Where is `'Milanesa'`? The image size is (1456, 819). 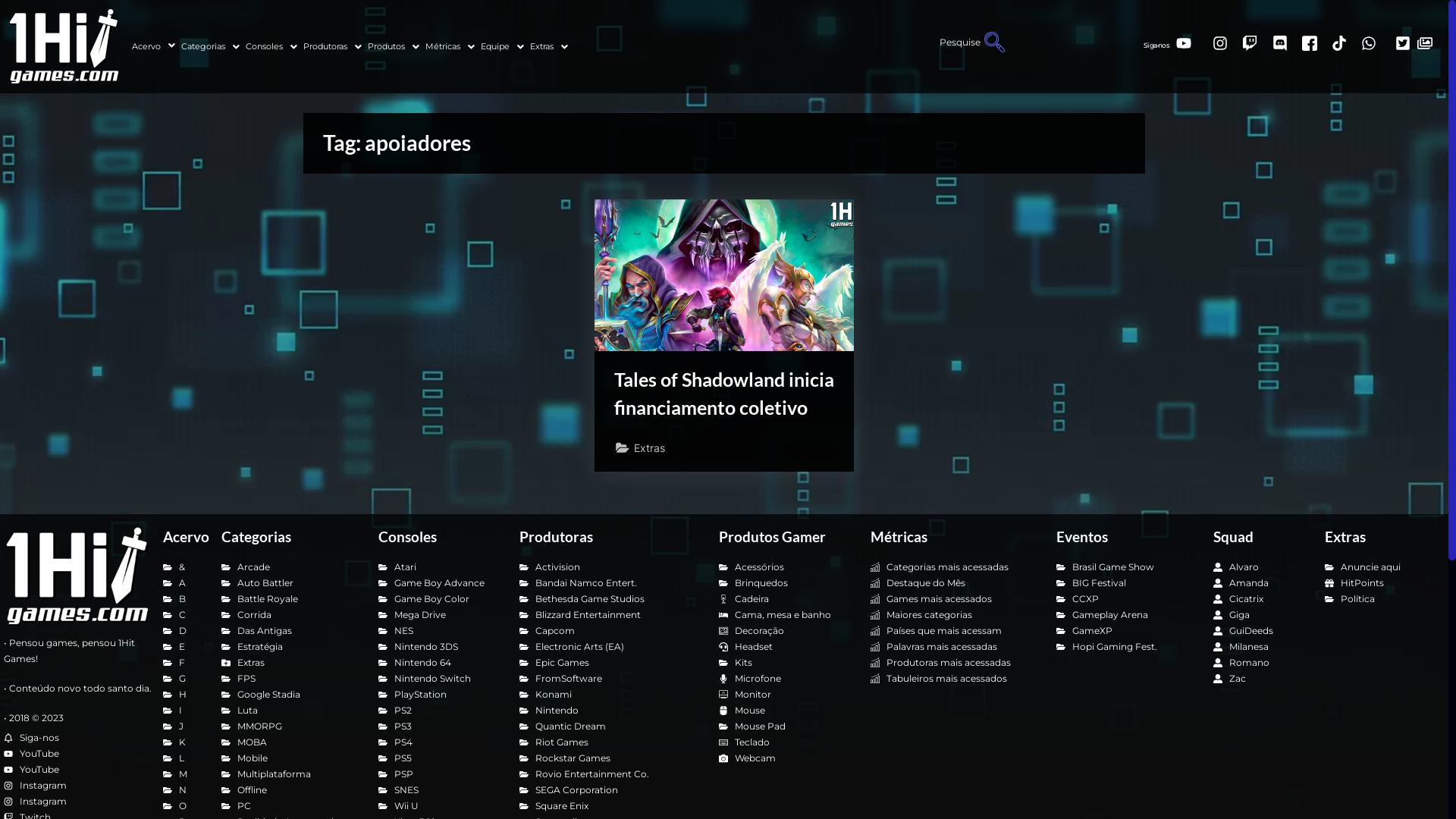
'Milanesa' is located at coordinates (1261, 646).